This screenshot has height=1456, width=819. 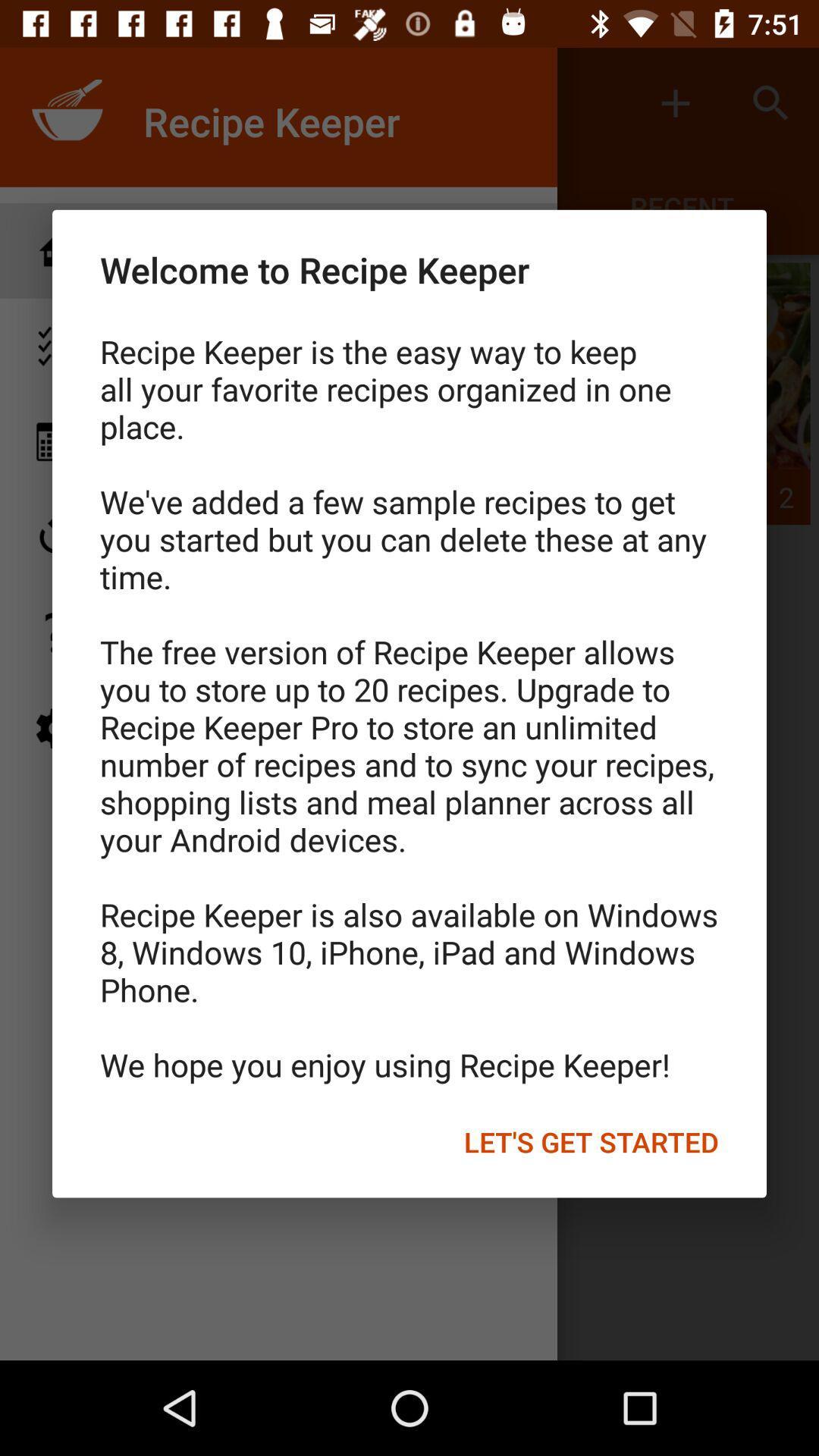 I want to click on the item at the bottom right corner, so click(x=590, y=1142).